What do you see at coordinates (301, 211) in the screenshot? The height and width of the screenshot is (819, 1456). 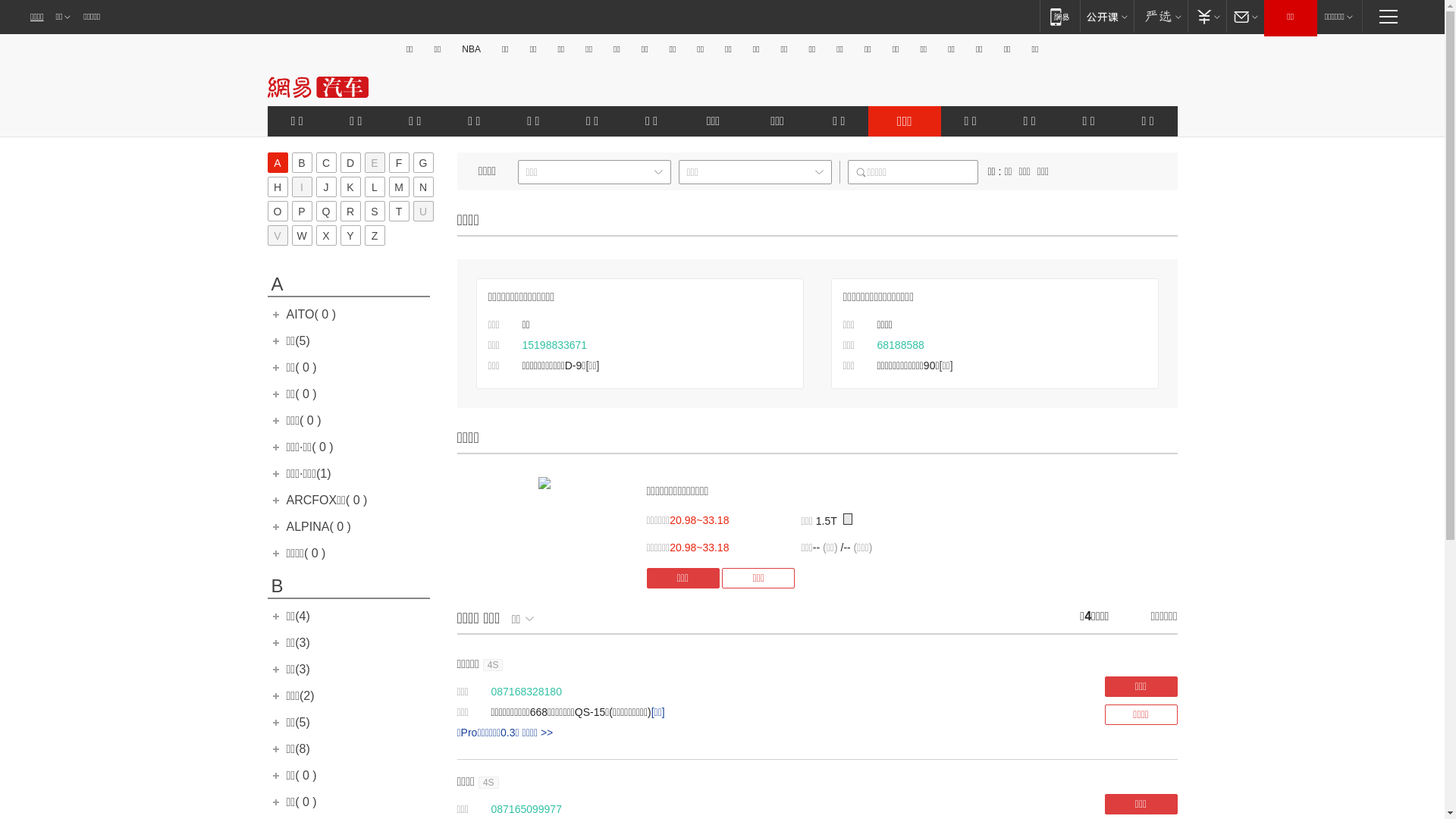 I see `'P'` at bounding box center [301, 211].